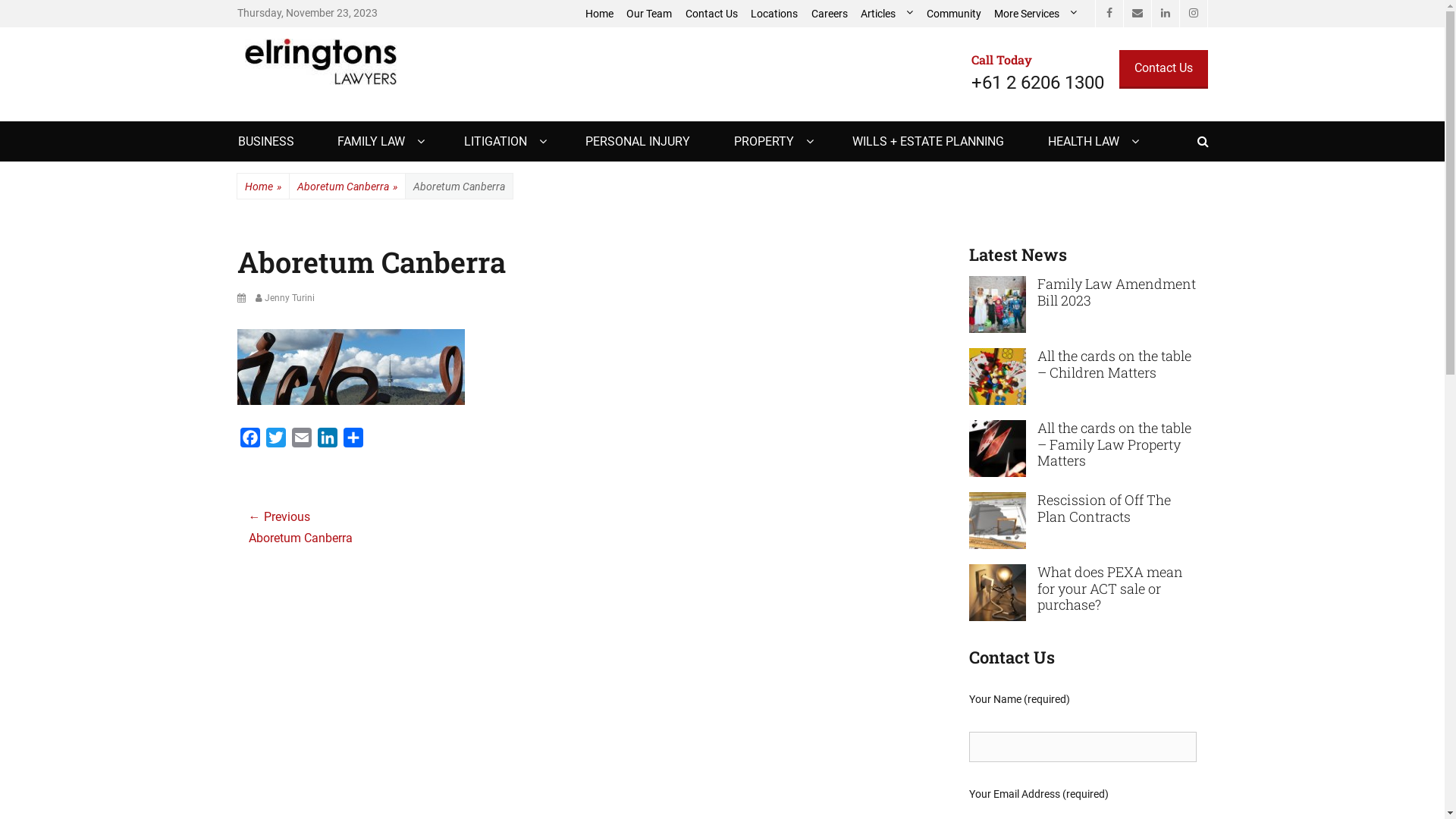  What do you see at coordinates (1164, 14) in the screenshot?
I see `'LinkedIn'` at bounding box center [1164, 14].